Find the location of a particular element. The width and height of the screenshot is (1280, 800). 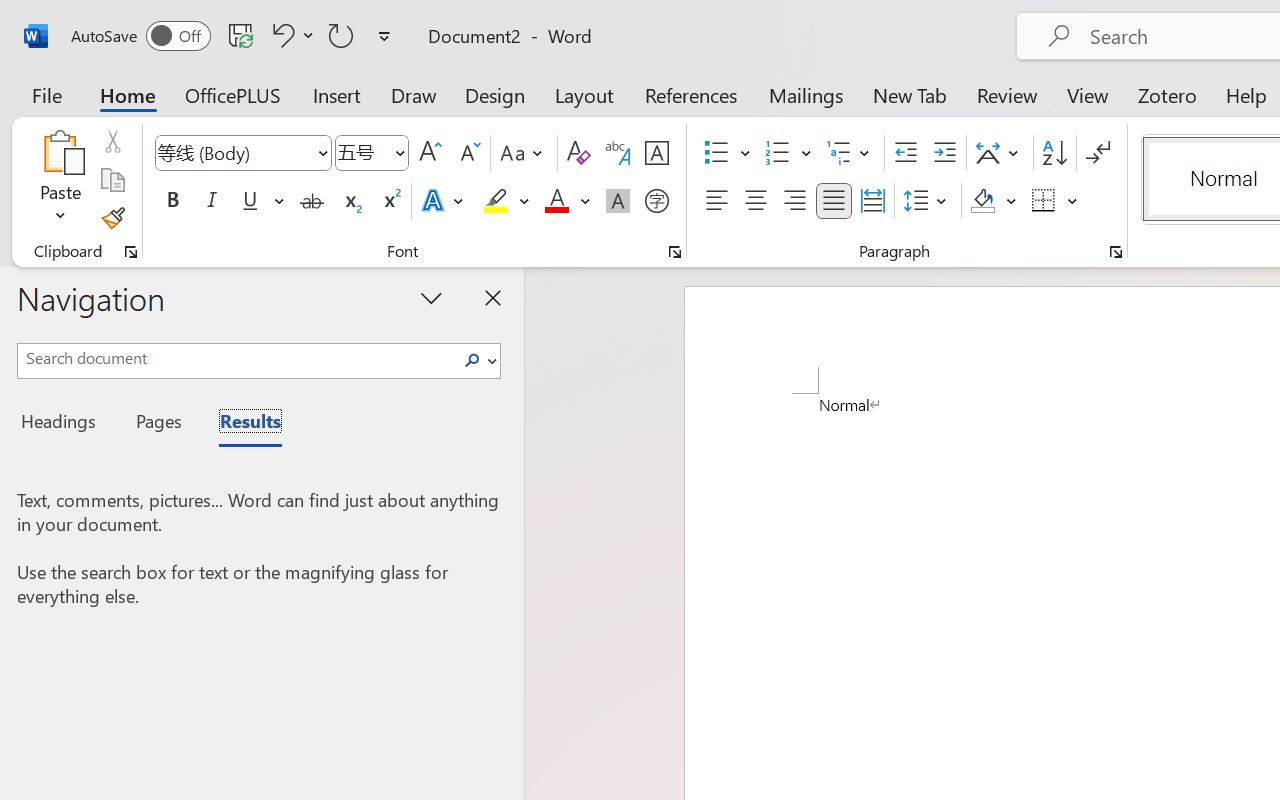

'Mailings' is located at coordinates (806, 94).